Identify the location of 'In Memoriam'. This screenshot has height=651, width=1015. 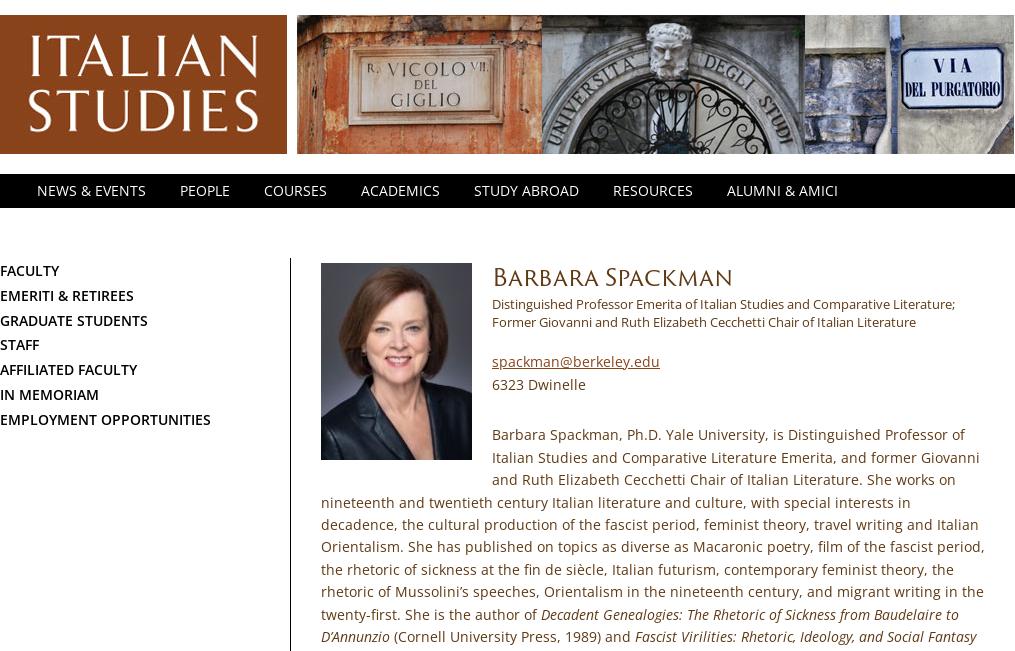
(0, 392).